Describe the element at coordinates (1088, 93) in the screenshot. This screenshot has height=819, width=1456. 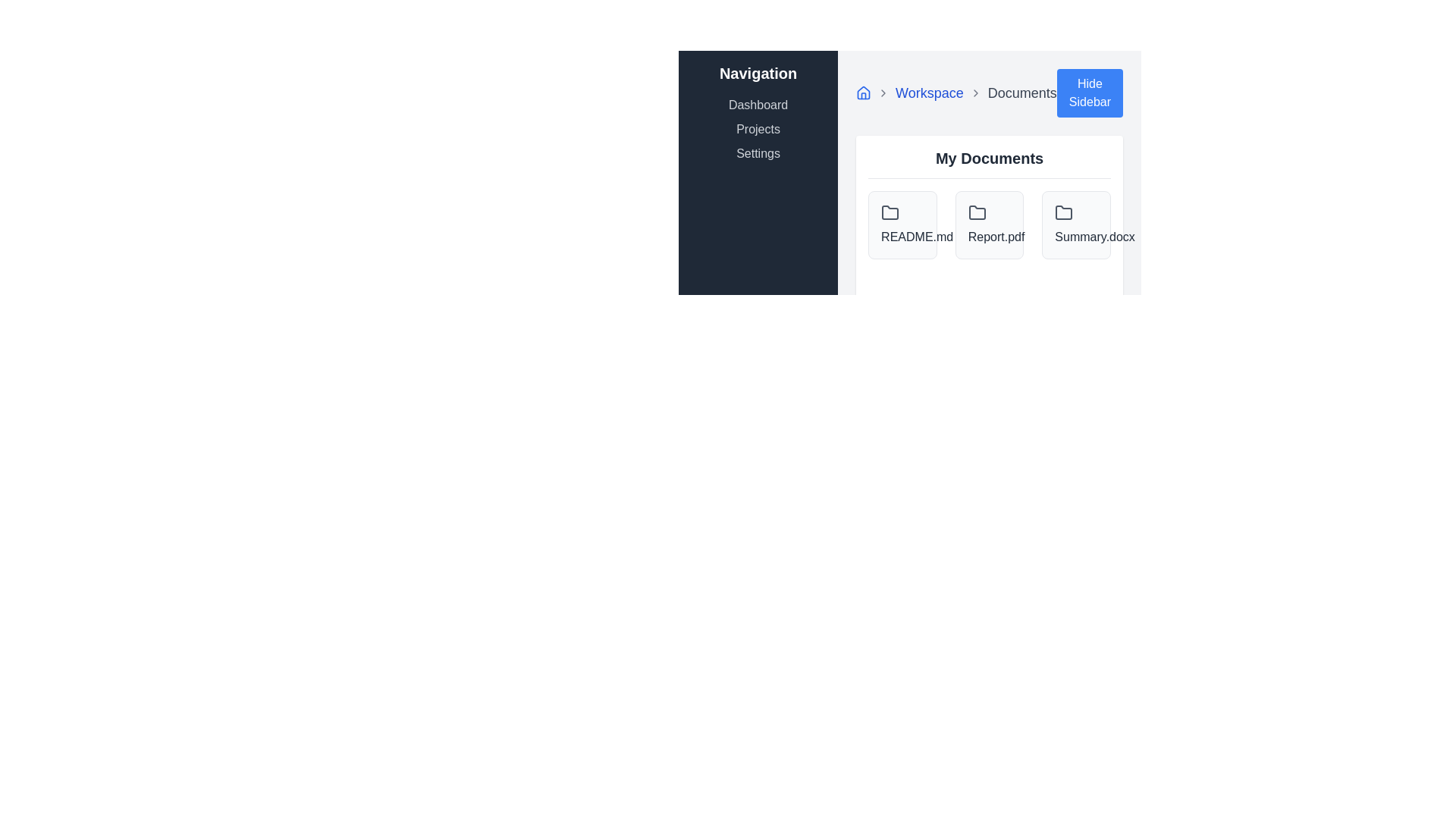
I see `the 'Hide Sidebar' button located in the top-right corner of the interface to hide the sidebar` at that location.